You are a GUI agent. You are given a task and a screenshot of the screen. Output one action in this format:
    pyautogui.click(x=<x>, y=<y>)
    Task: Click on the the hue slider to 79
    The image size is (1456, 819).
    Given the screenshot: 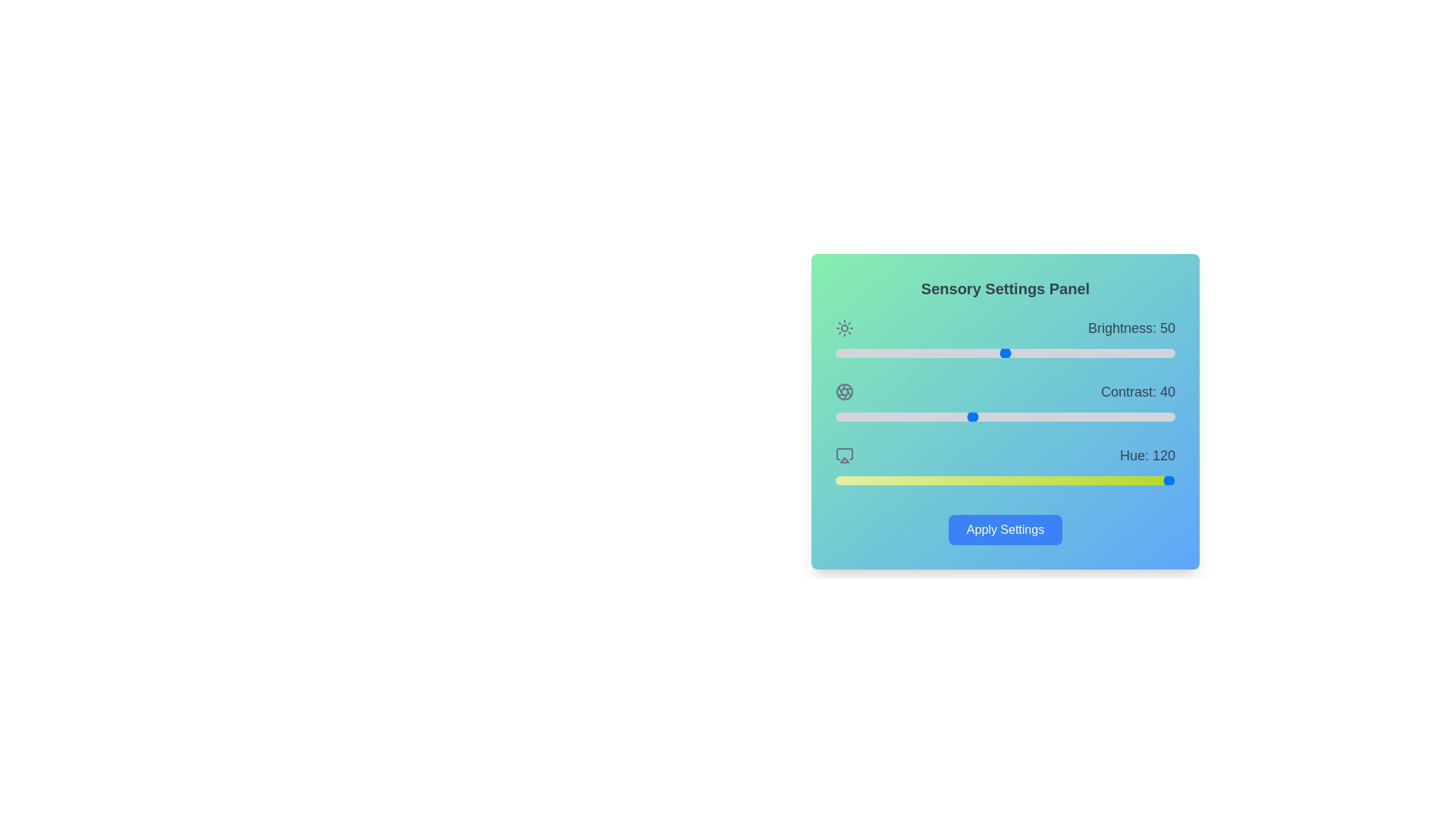 What is the action you would take?
    pyautogui.click(x=910, y=480)
    